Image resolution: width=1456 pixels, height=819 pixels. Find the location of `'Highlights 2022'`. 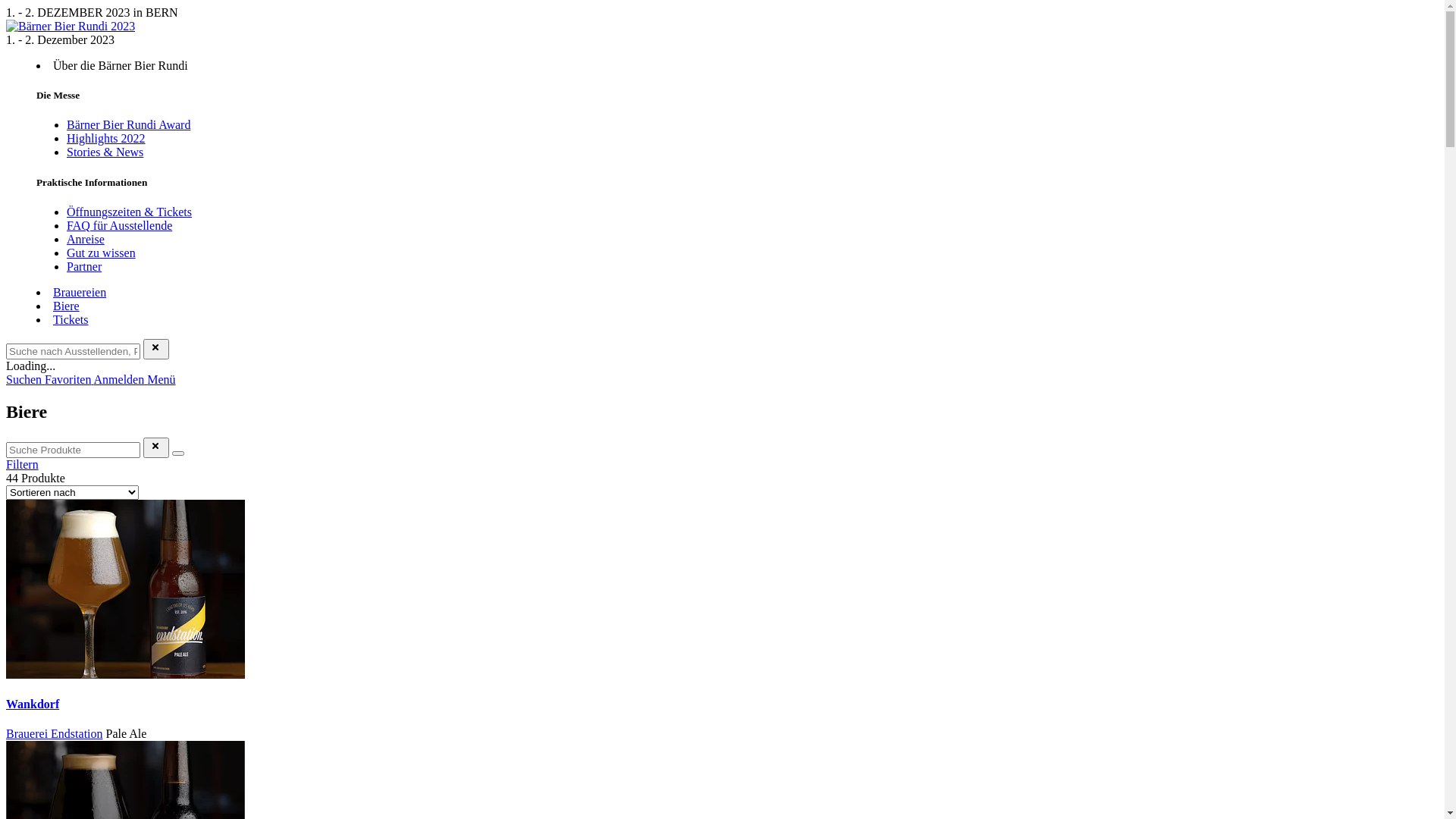

'Highlights 2022' is located at coordinates (105, 138).